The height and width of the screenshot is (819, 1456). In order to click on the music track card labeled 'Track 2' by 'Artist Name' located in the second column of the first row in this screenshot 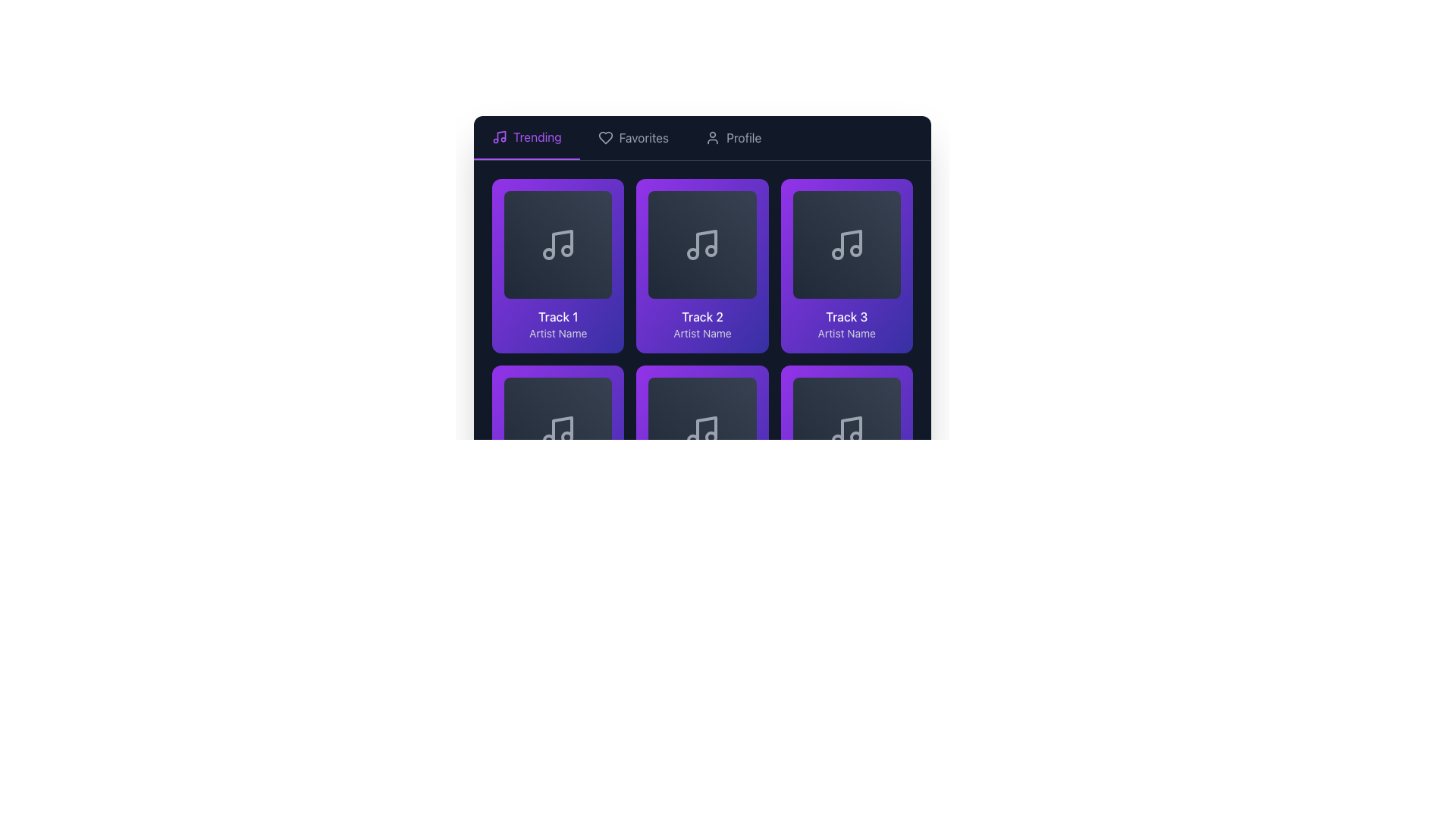, I will do `click(701, 268)`.